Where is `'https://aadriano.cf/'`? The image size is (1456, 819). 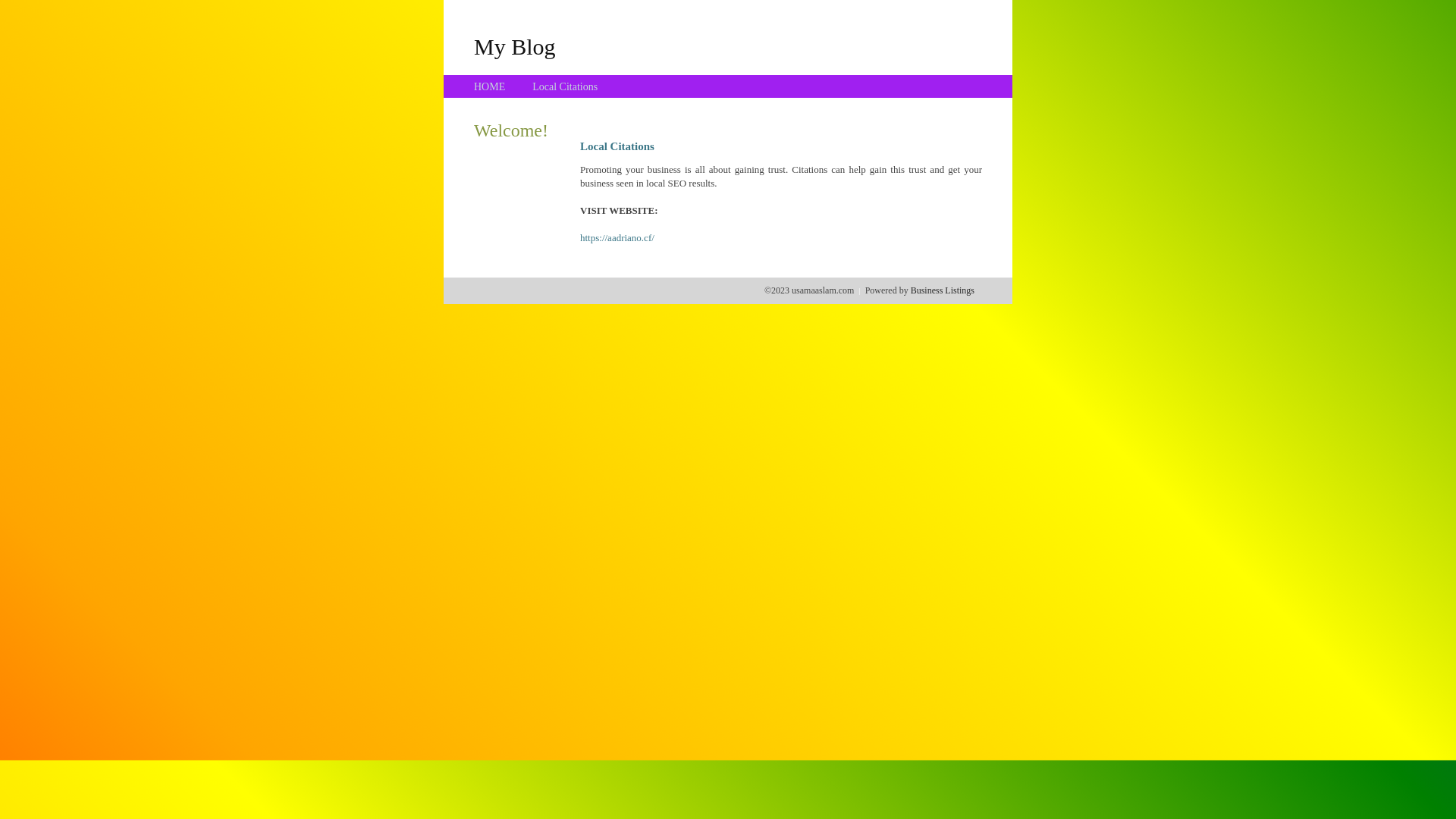 'https://aadriano.cf/' is located at coordinates (617, 237).